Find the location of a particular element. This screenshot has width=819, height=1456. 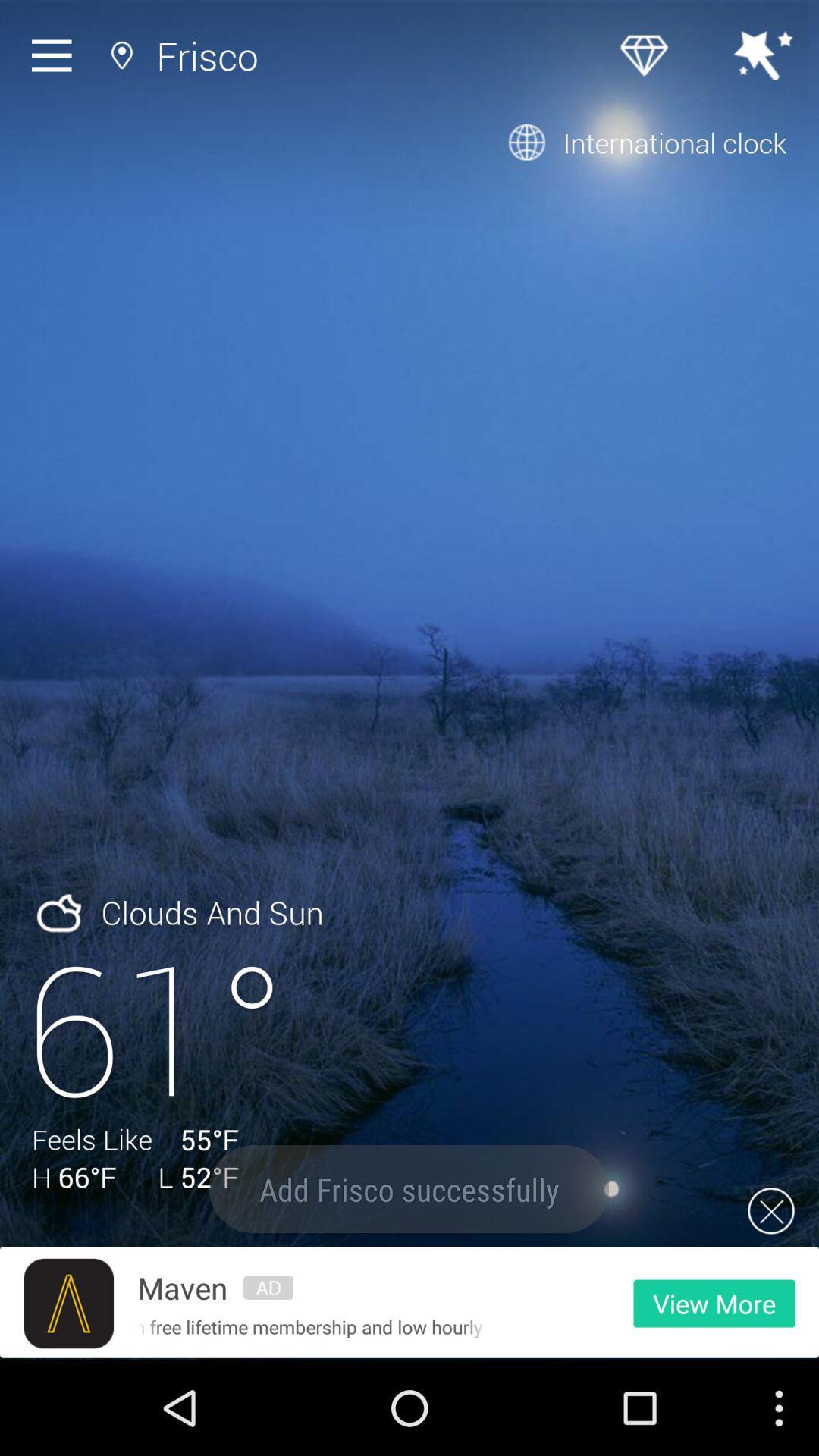

the menu icon is located at coordinates (55, 59).